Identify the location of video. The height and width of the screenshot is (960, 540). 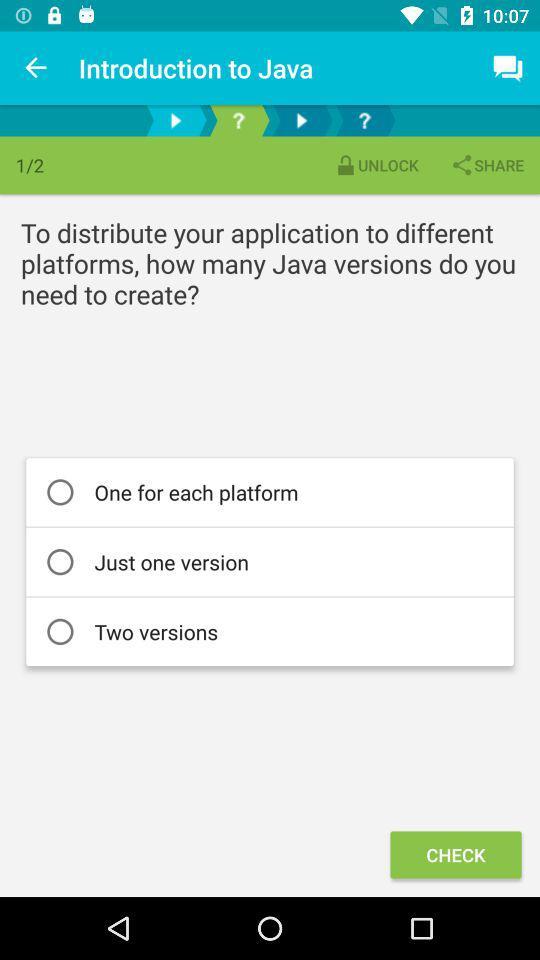
(175, 120).